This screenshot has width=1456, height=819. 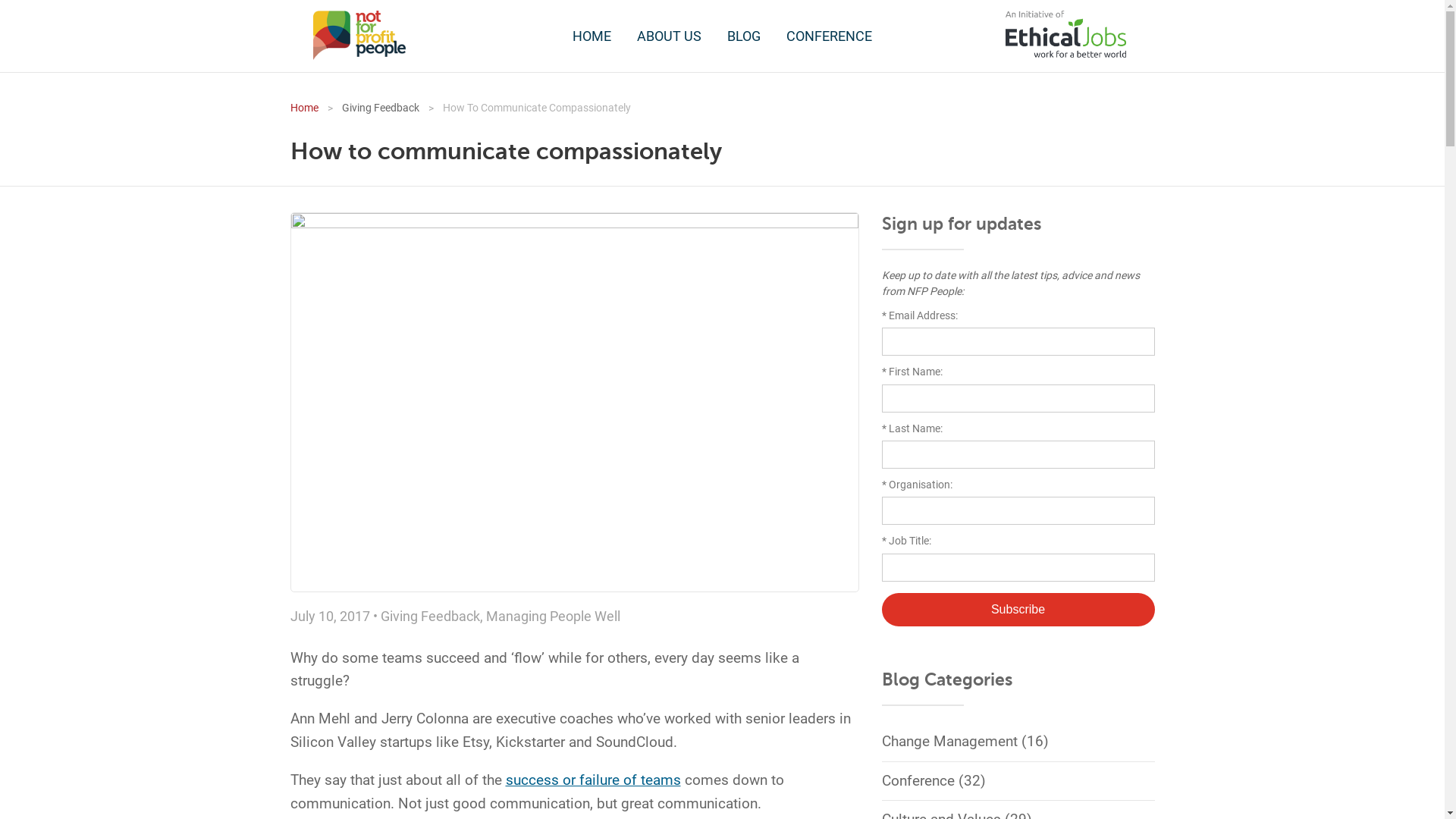 What do you see at coordinates (715, 35) in the screenshot?
I see `'BLOG'` at bounding box center [715, 35].